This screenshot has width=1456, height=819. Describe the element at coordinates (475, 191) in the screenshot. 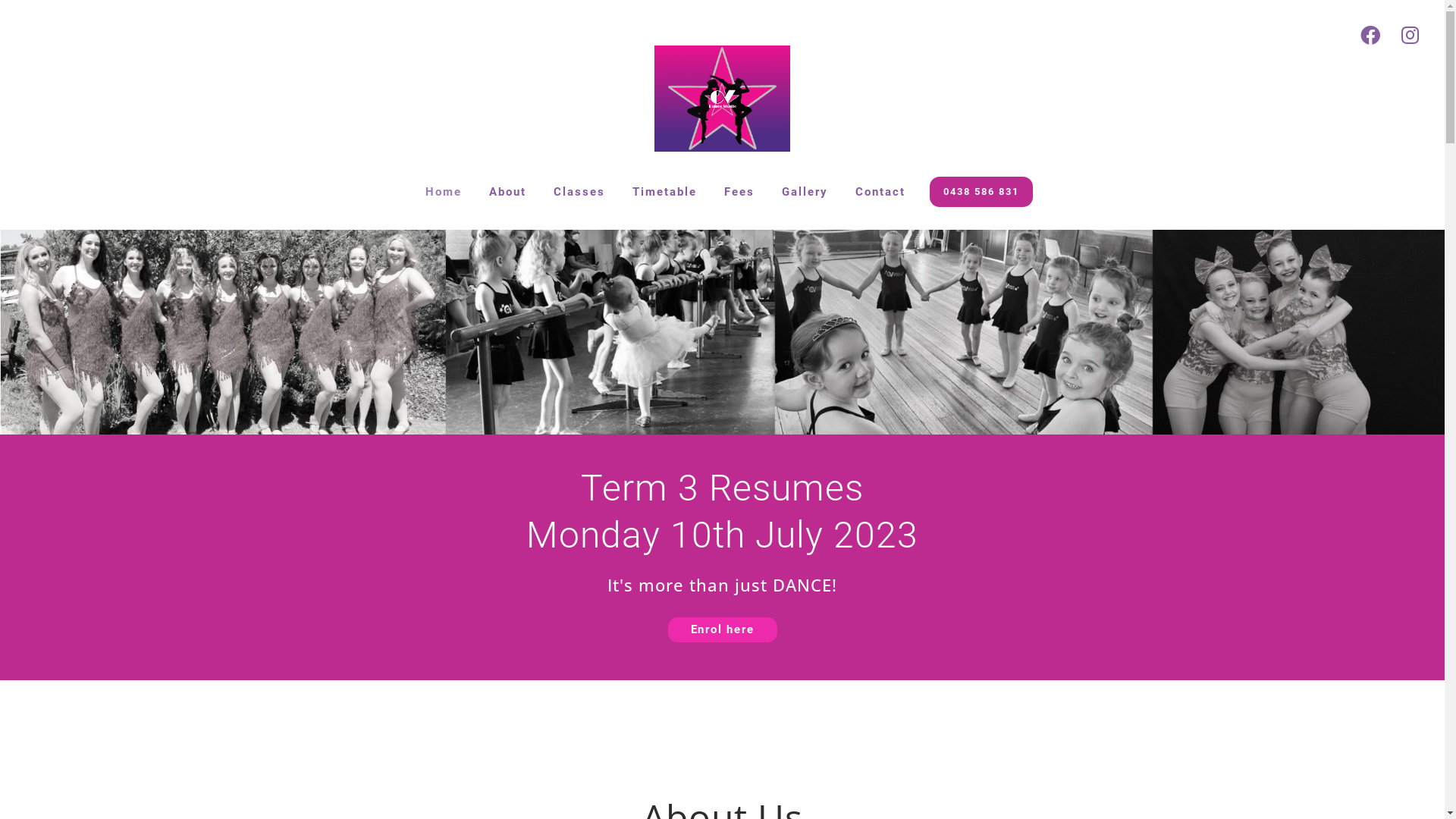

I see `'About'` at that location.